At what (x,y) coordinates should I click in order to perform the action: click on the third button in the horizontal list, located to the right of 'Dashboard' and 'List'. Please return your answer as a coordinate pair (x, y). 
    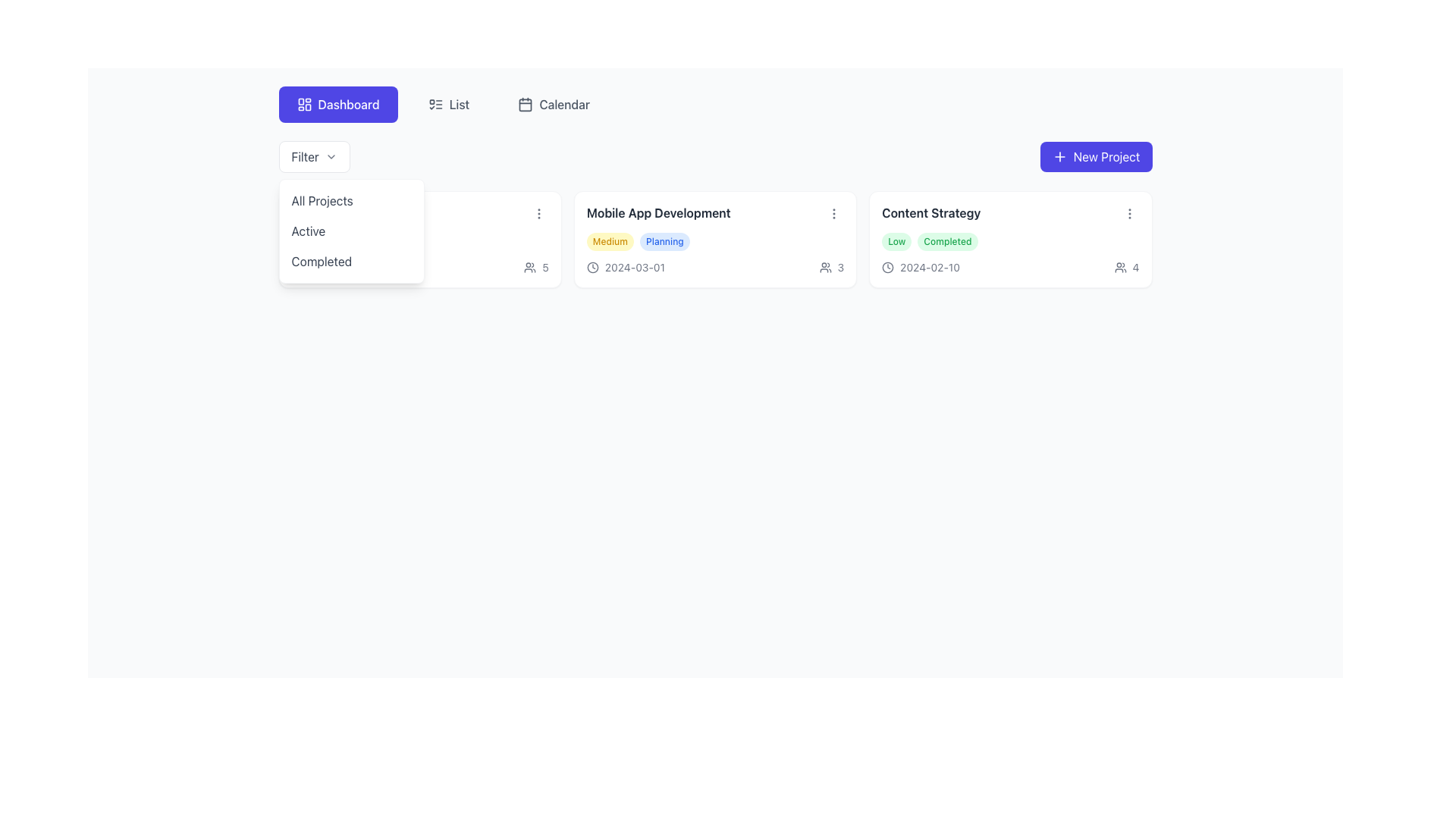
    Looking at the image, I should click on (553, 104).